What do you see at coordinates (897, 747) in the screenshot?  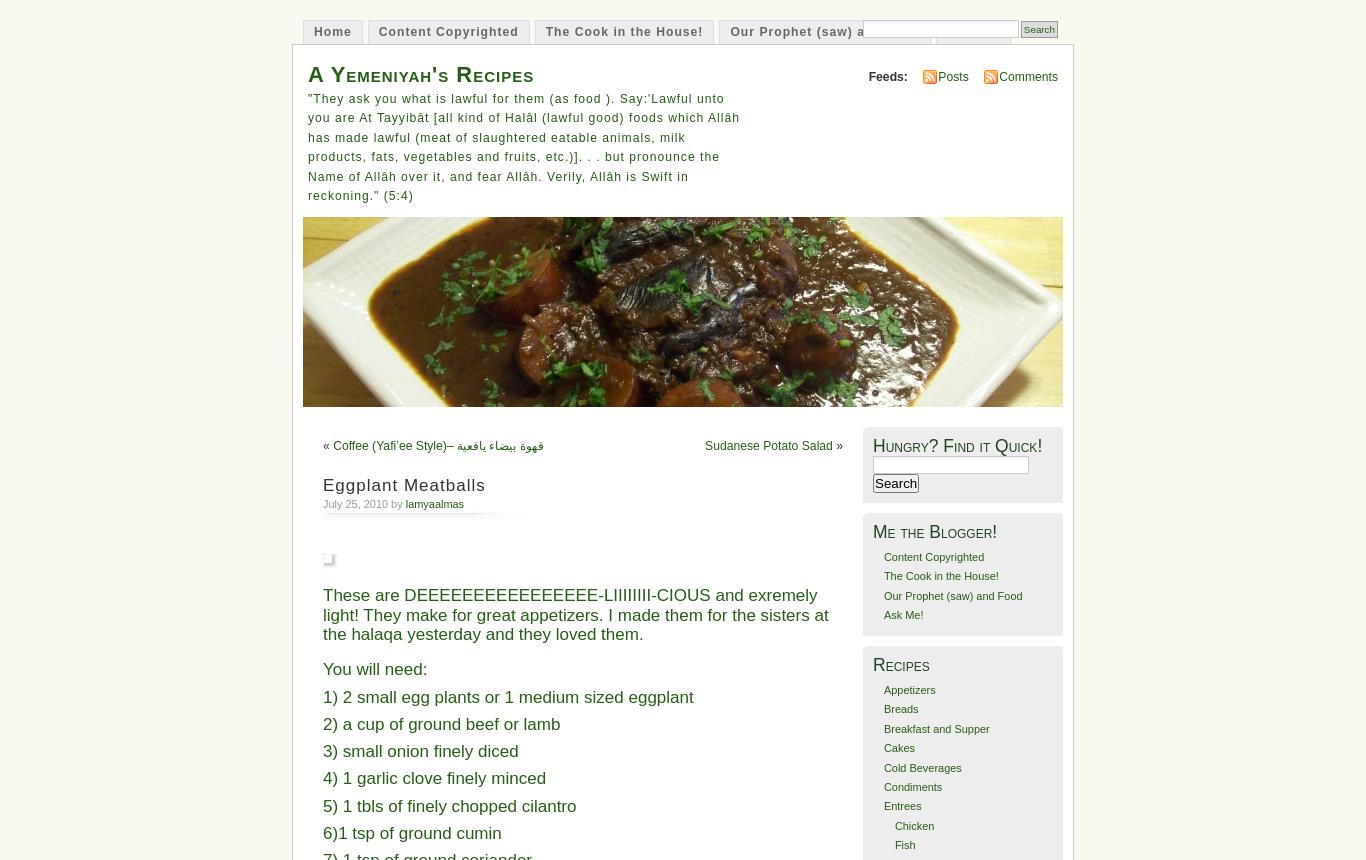 I see `'Cakes'` at bounding box center [897, 747].